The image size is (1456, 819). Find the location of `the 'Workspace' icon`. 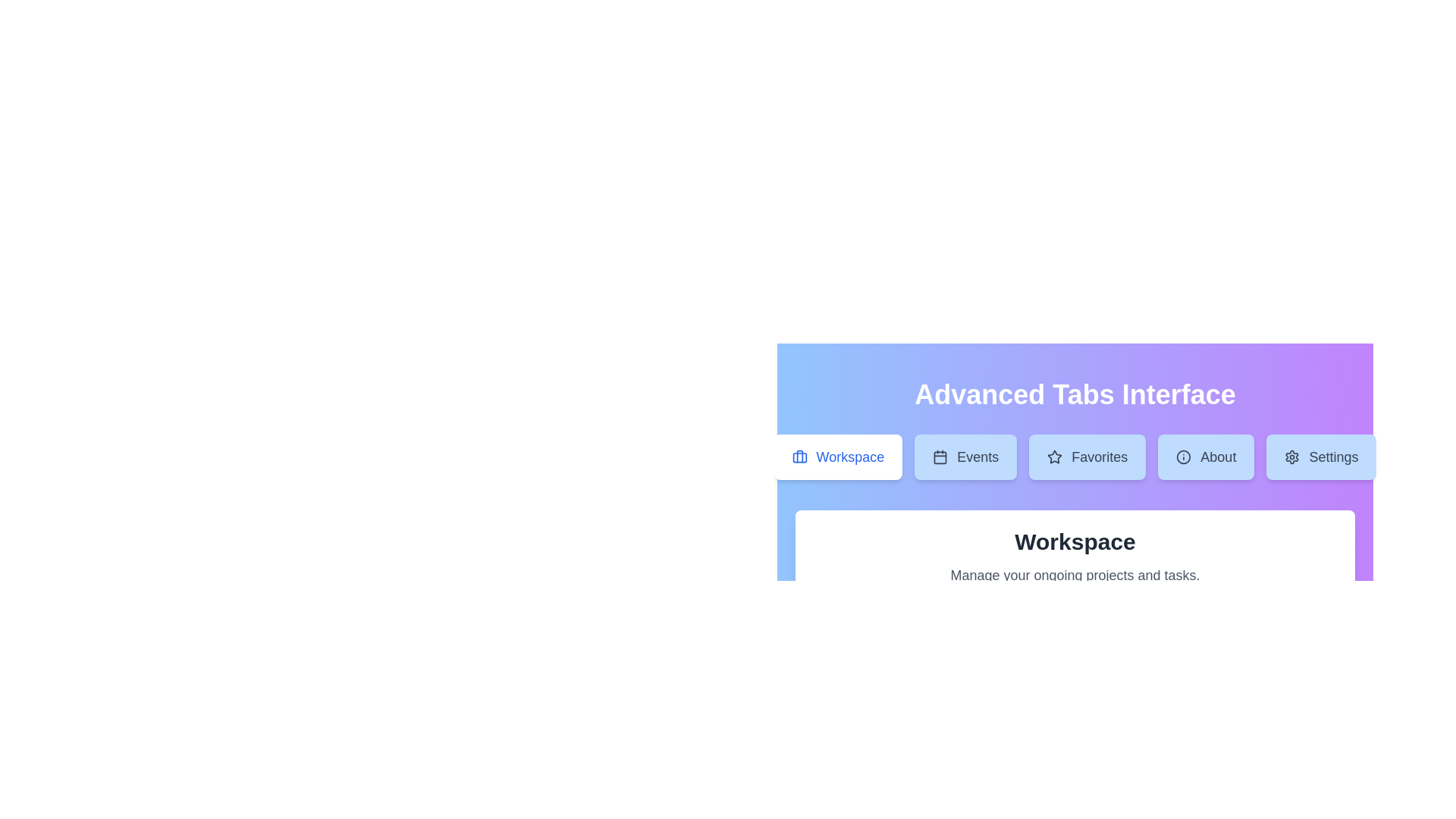

the 'Workspace' icon is located at coordinates (799, 456).